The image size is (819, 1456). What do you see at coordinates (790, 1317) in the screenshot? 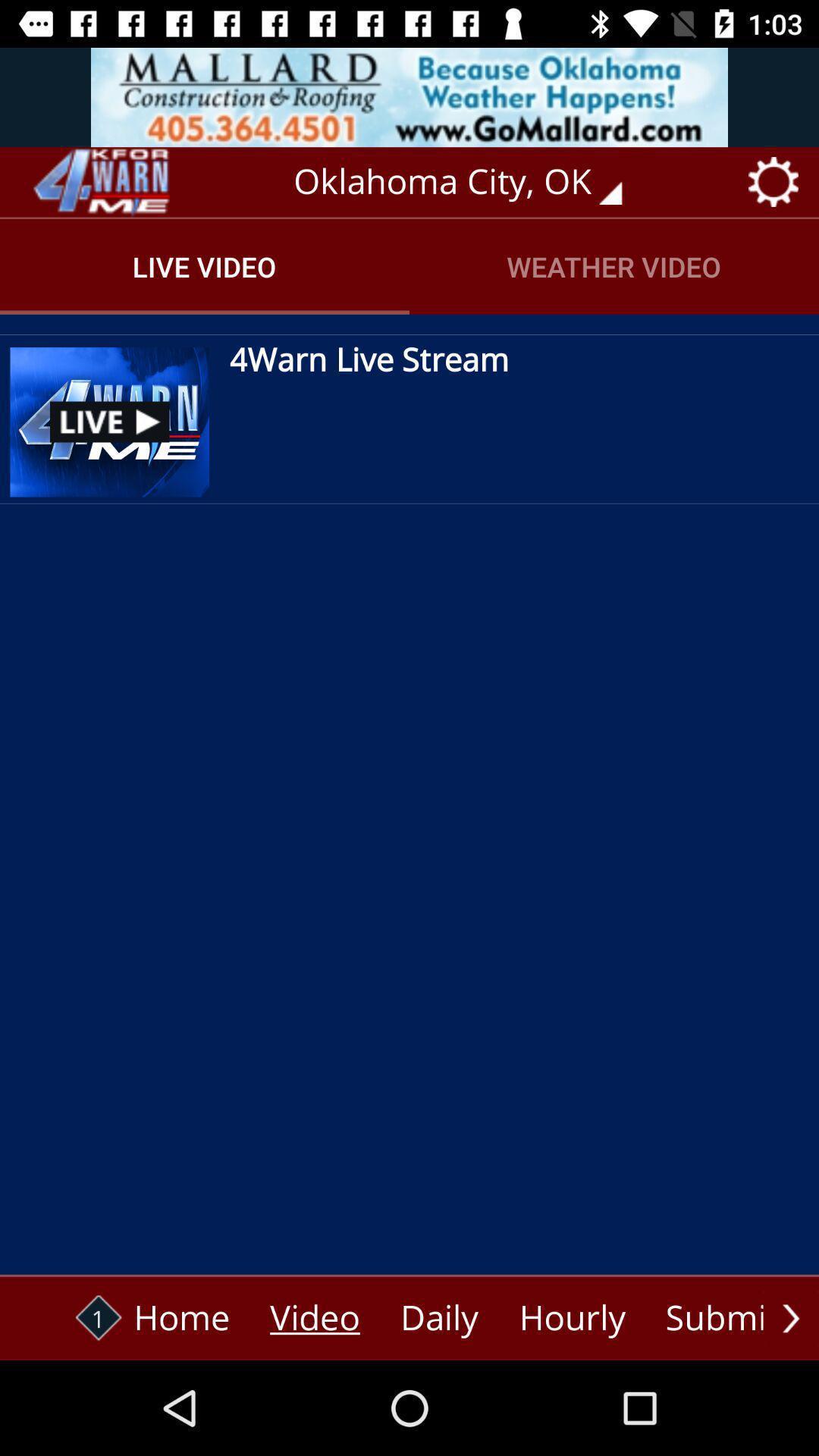
I see `the arrow_forward icon` at bounding box center [790, 1317].